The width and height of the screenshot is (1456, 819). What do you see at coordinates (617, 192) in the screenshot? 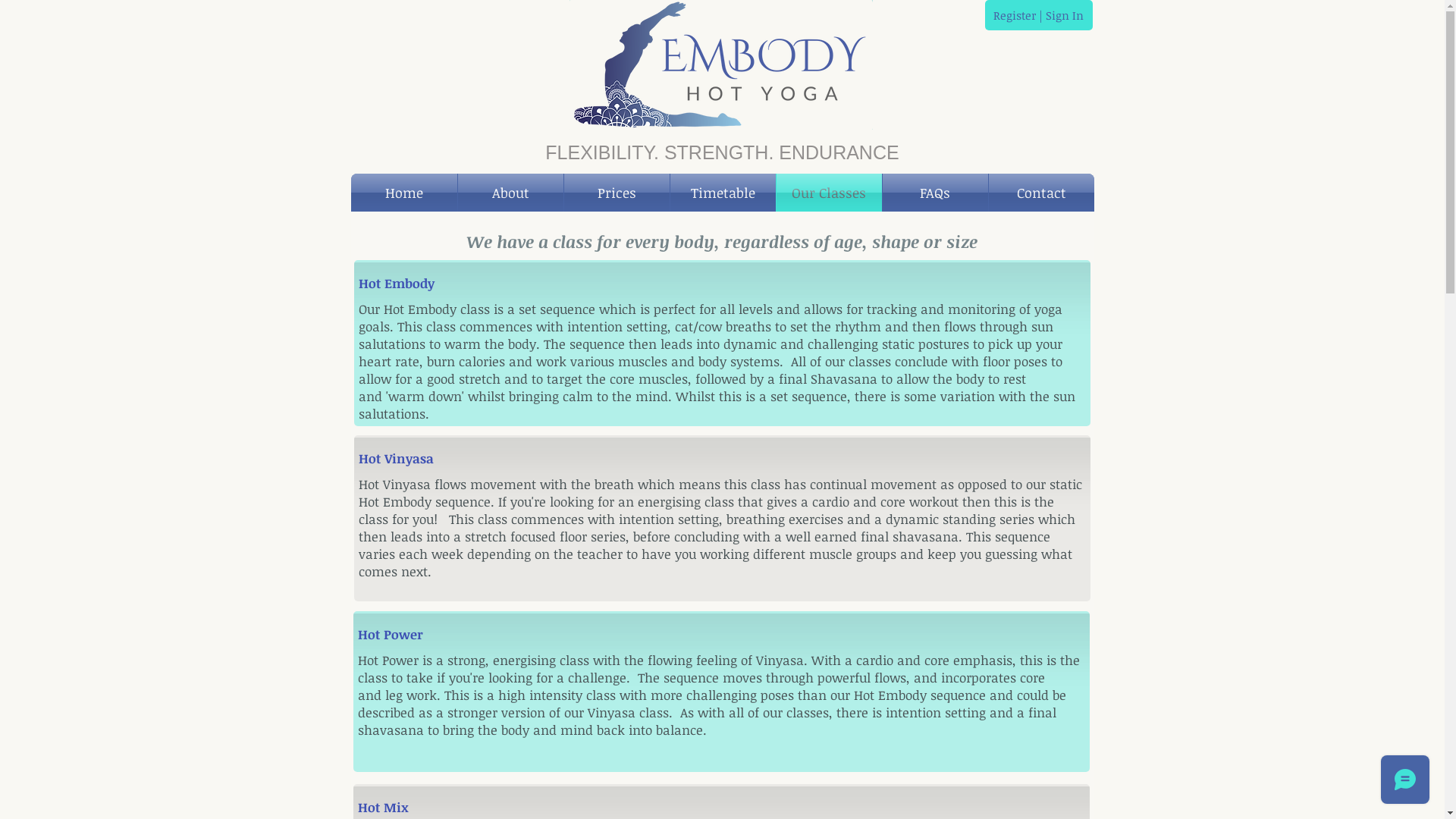
I see `'Prices'` at bounding box center [617, 192].